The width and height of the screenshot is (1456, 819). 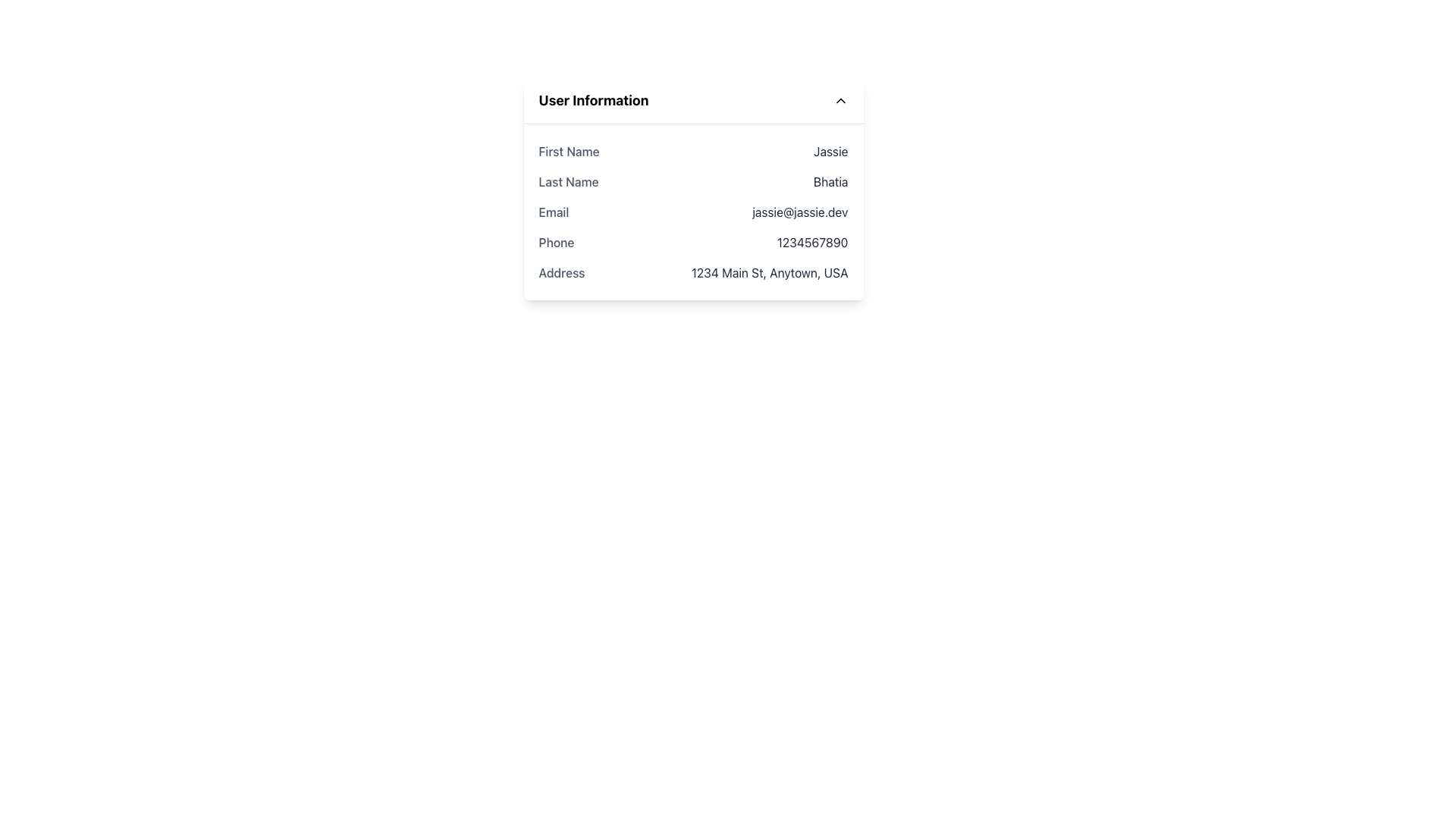 I want to click on the static text label displaying 'jassie@jassie.dev', which is positioned in the fourth row of user contact details under 'User Information', so click(x=799, y=212).